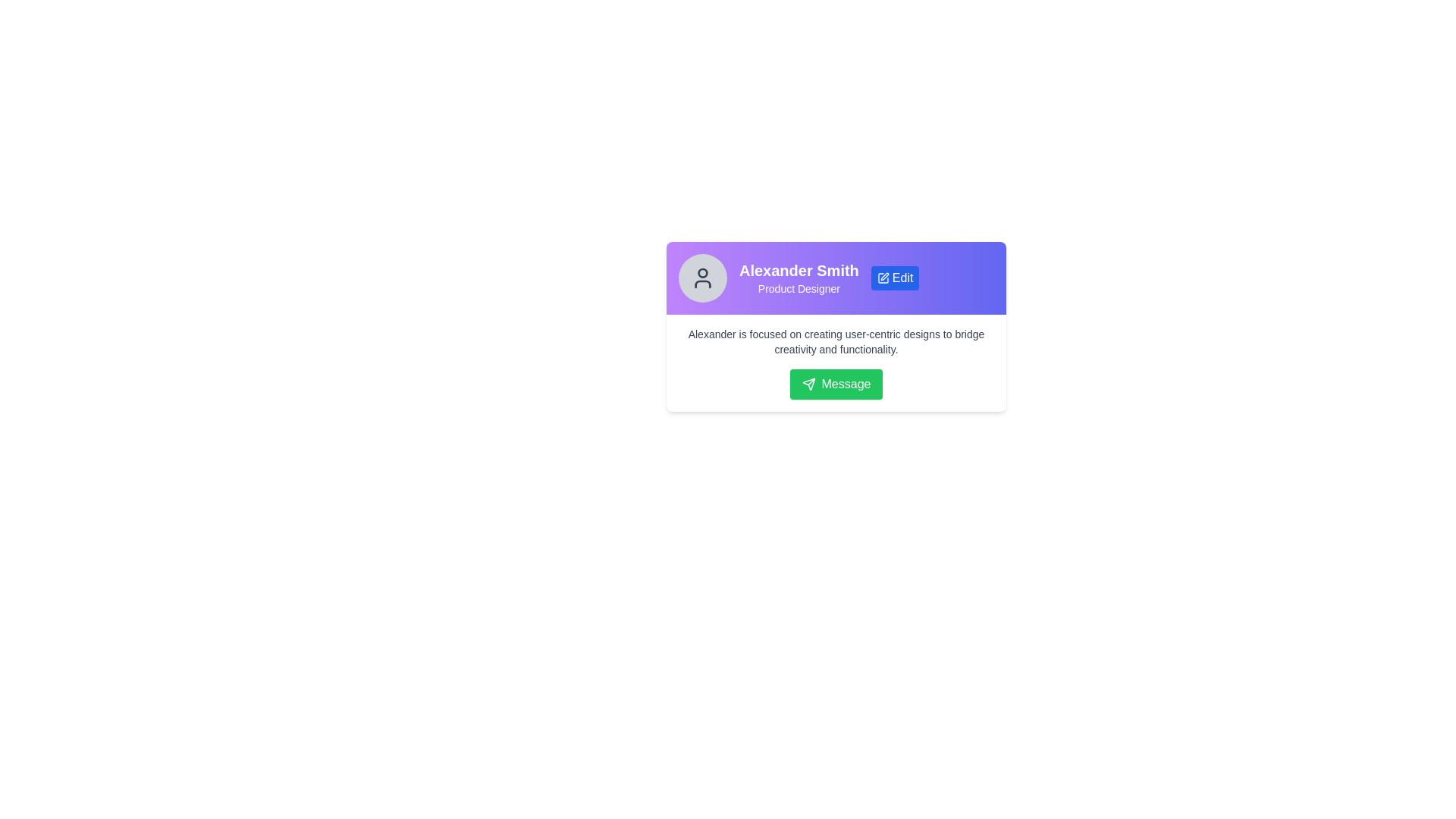 This screenshot has width=1456, height=819. I want to click on the blue rectangular button labeled 'Edit' with a pencil icon, located to the right of 'Alexander Smith' for keyboard navigation, so click(895, 278).